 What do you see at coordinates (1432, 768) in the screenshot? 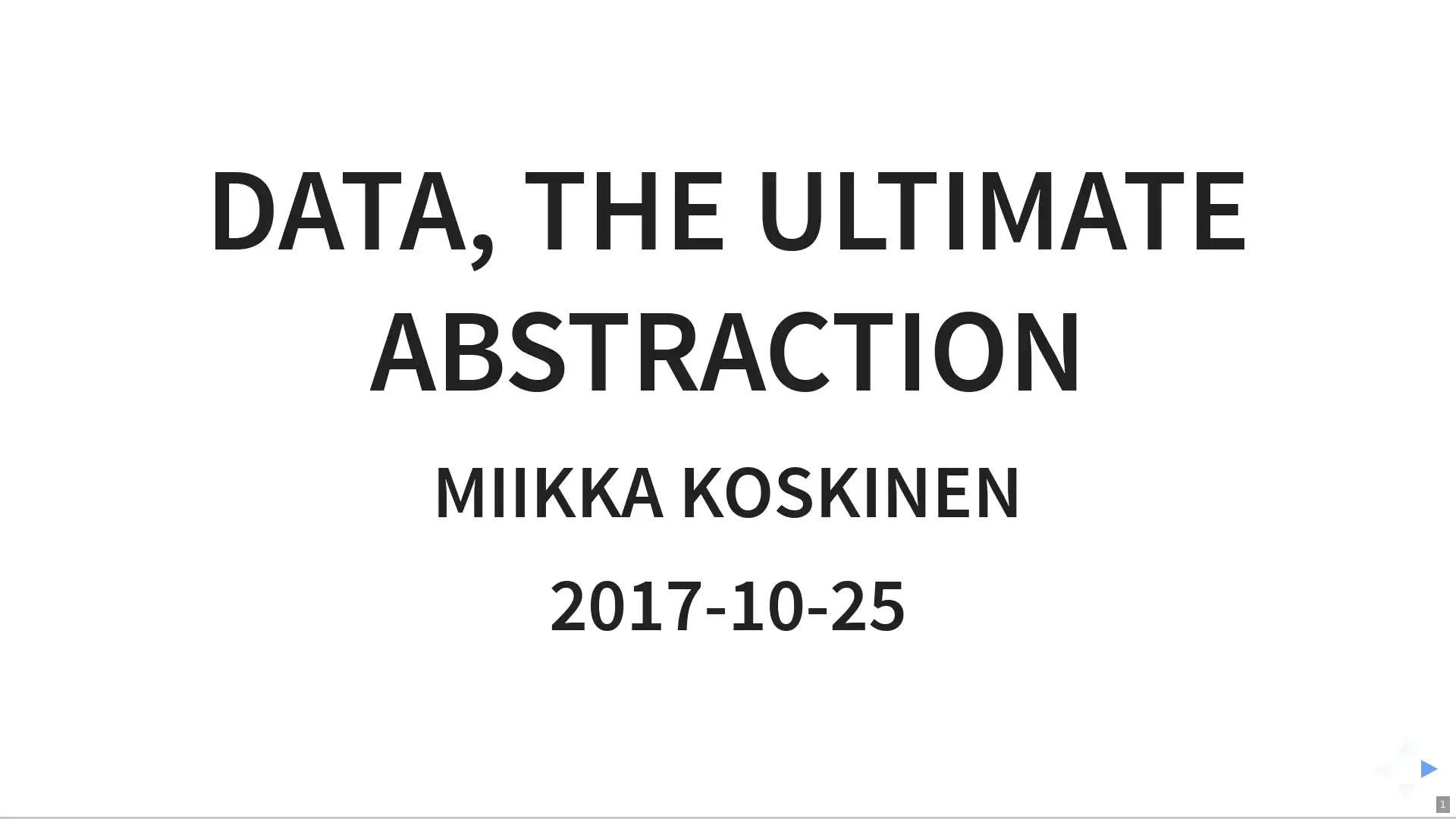
I see `next slide` at bounding box center [1432, 768].